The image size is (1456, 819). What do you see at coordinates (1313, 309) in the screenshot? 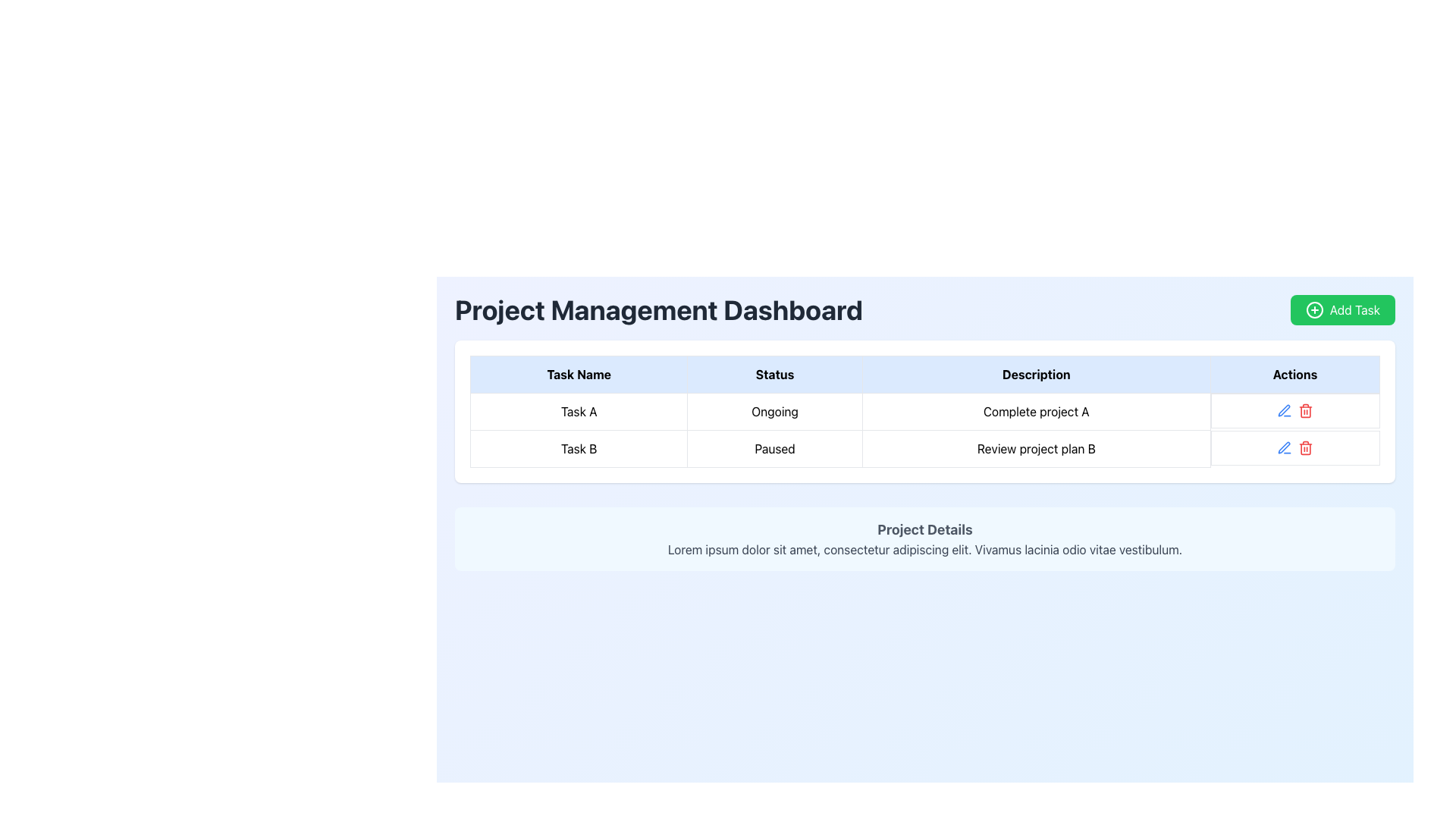
I see `the green circular '+' icon within the 'Add Task' button located in the top-right corner of the interface to potentially see a tooltip or effect` at bounding box center [1313, 309].